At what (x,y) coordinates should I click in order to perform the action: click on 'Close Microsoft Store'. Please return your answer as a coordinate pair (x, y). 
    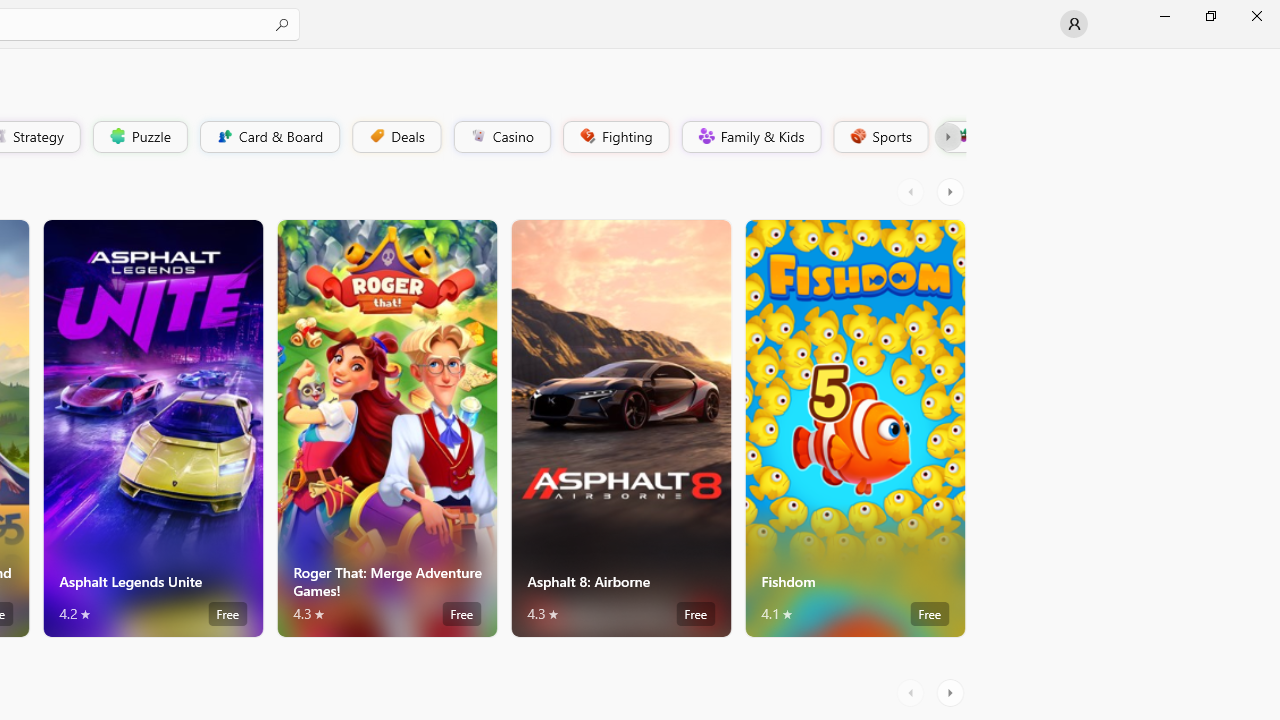
    Looking at the image, I should click on (1255, 15).